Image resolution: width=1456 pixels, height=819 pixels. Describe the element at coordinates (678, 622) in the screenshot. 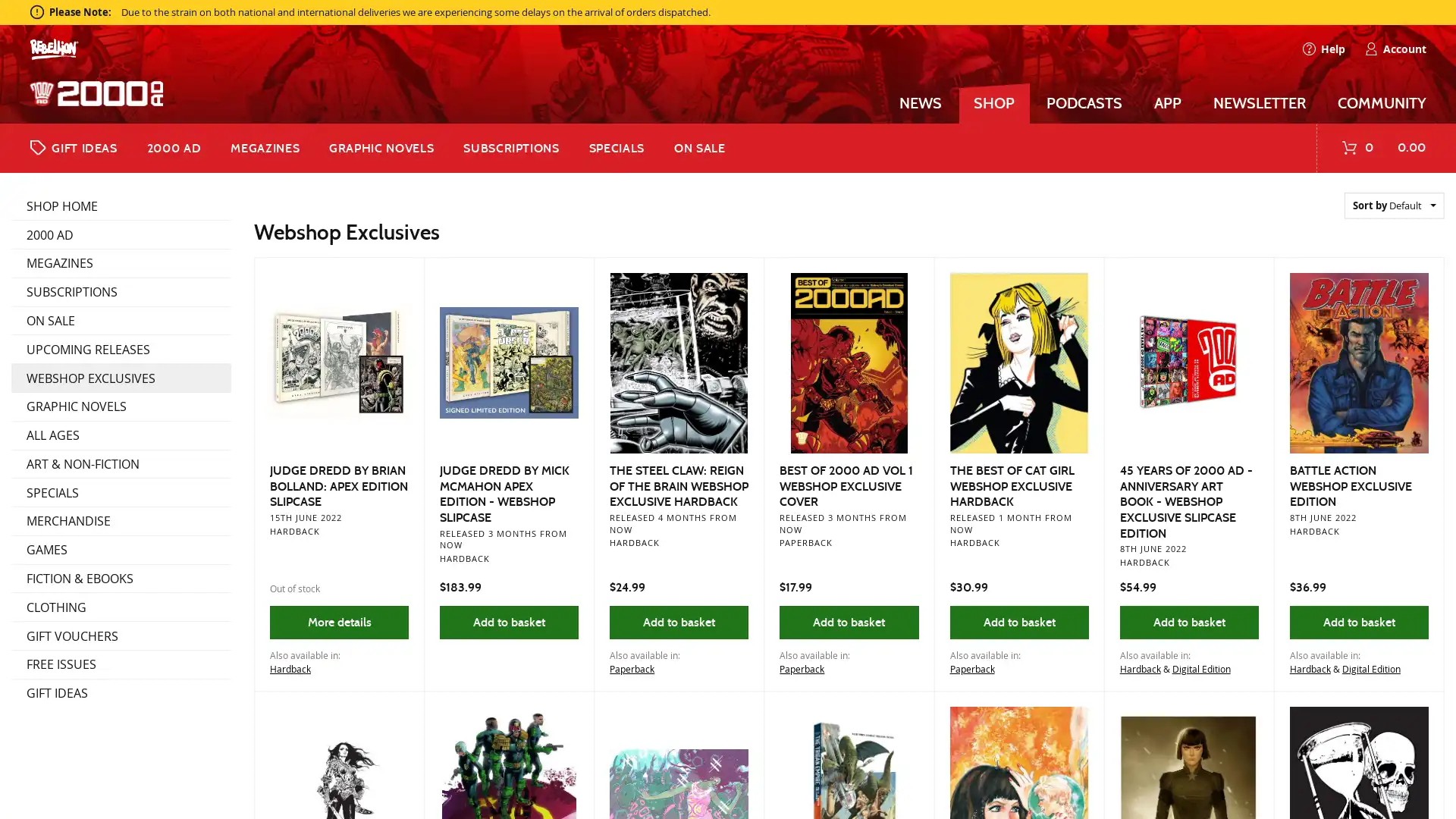

I see `Add to basket` at that location.